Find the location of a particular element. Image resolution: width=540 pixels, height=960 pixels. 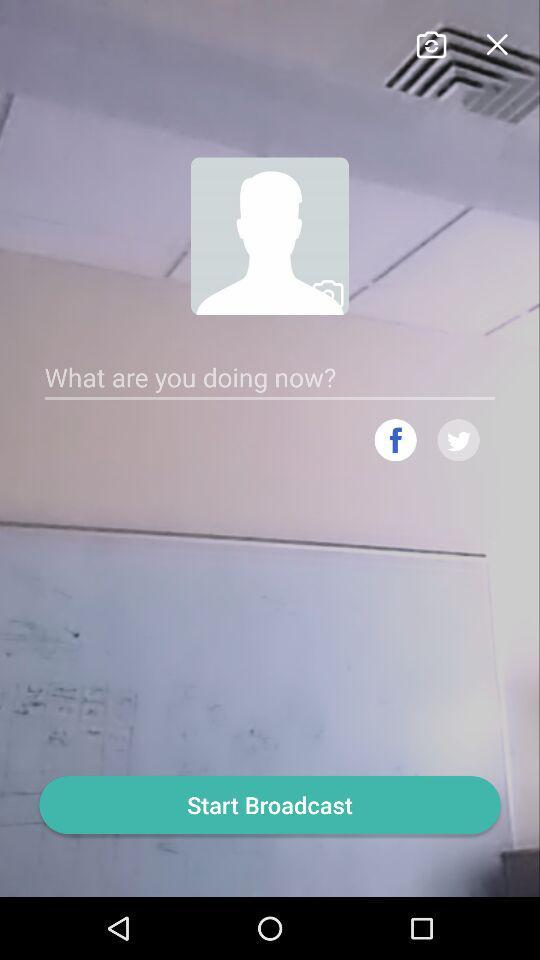

camera is located at coordinates (430, 41).